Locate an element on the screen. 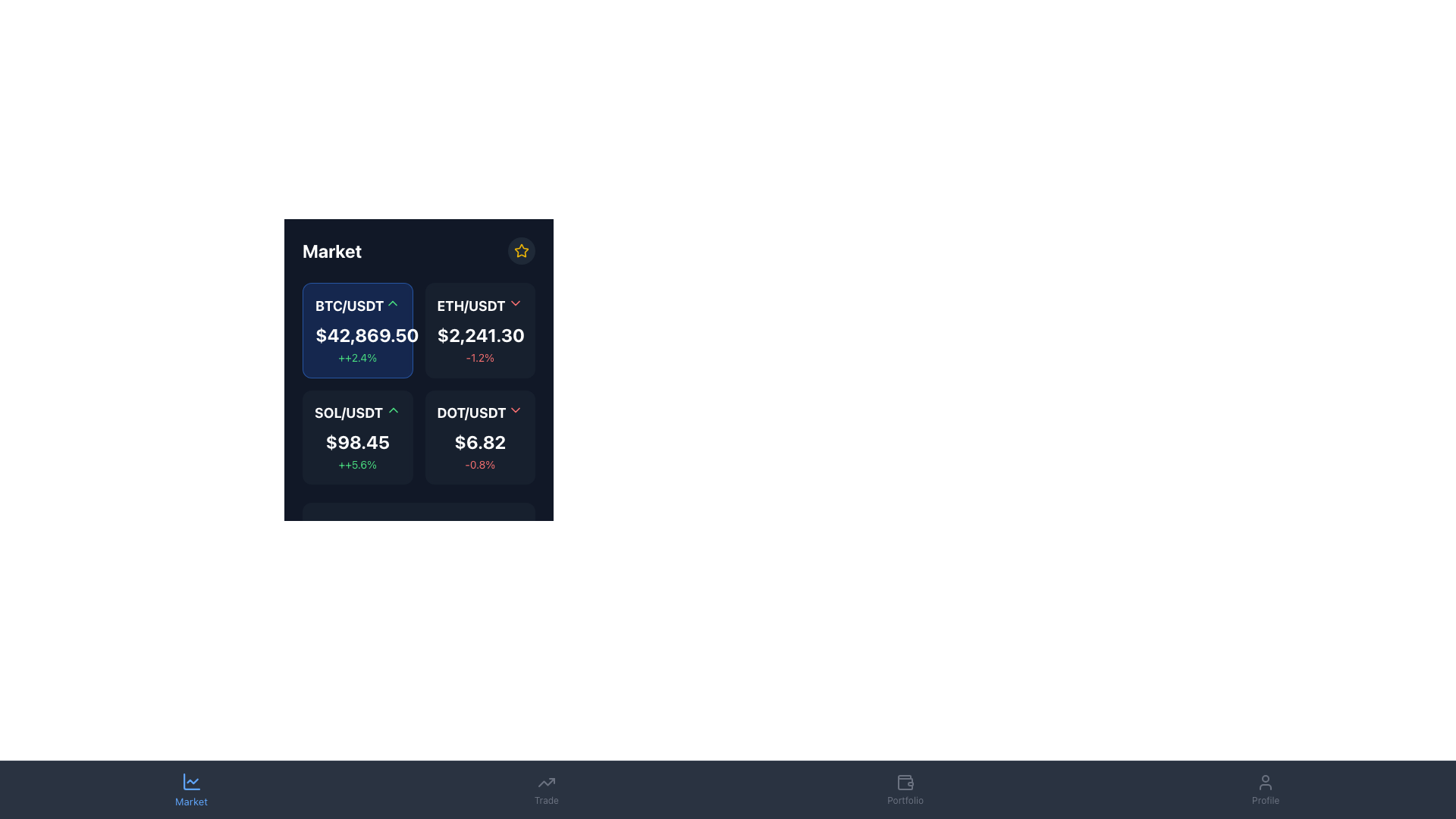 The width and height of the screenshot is (1456, 819). the blue 'Market' button with a line chart icon is located at coordinates (190, 789).